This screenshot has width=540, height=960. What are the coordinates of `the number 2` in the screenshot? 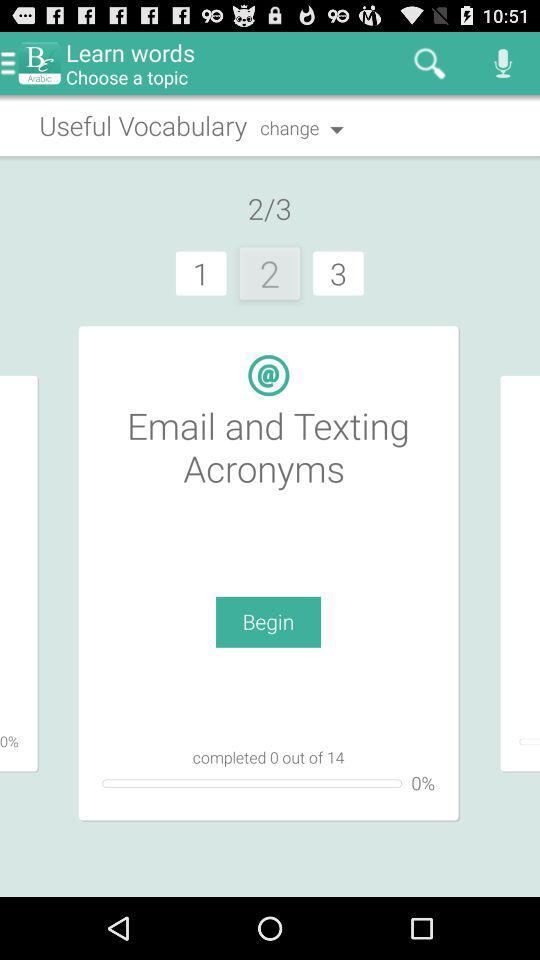 It's located at (270, 272).